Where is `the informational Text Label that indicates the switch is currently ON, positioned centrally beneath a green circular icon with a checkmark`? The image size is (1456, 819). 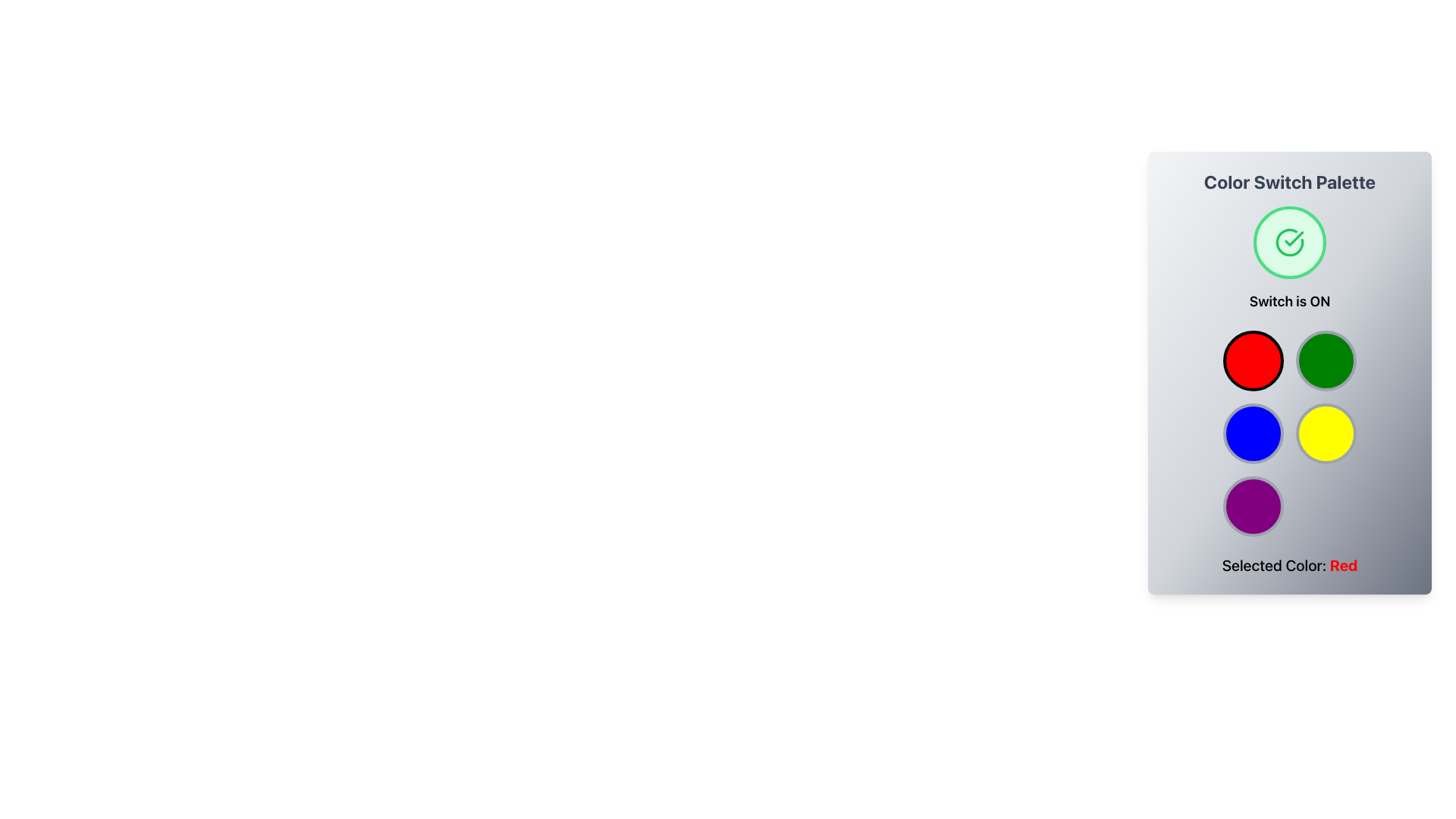 the informational Text Label that indicates the switch is currently ON, positioned centrally beneath a green circular icon with a checkmark is located at coordinates (1288, 301).